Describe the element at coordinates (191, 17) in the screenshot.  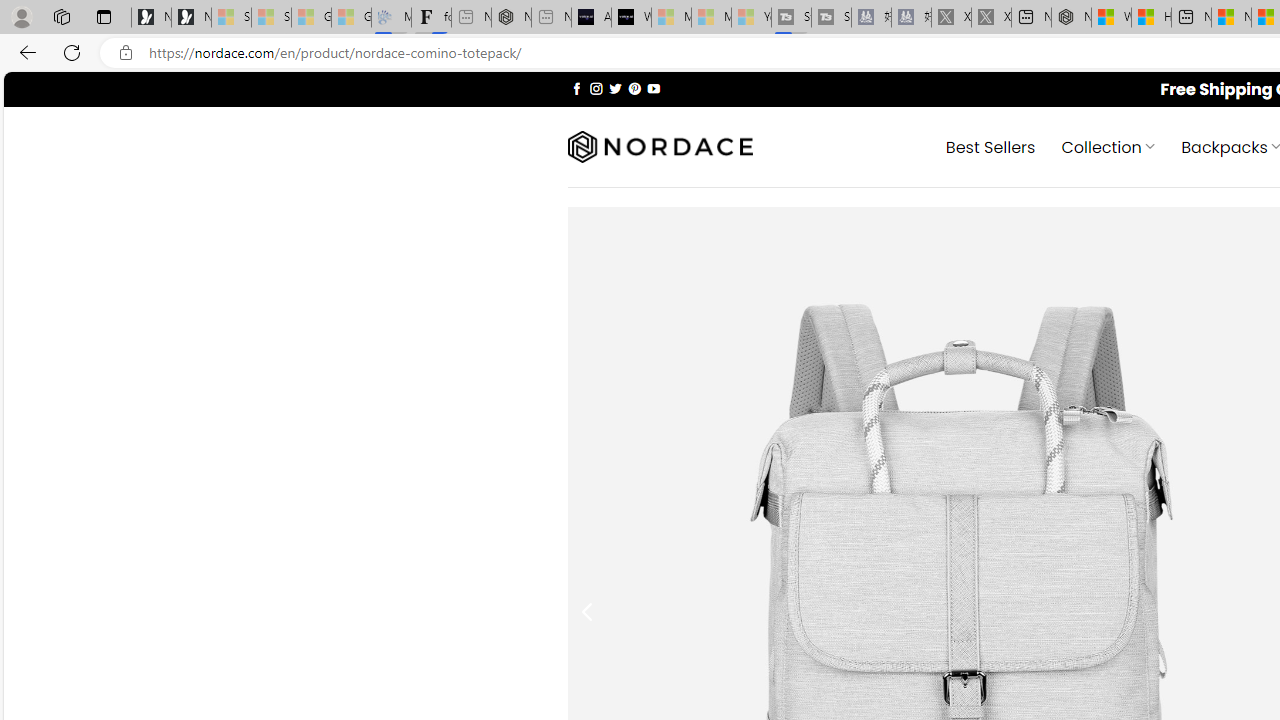
I see `'Newsletter Sign Up'` at that location.